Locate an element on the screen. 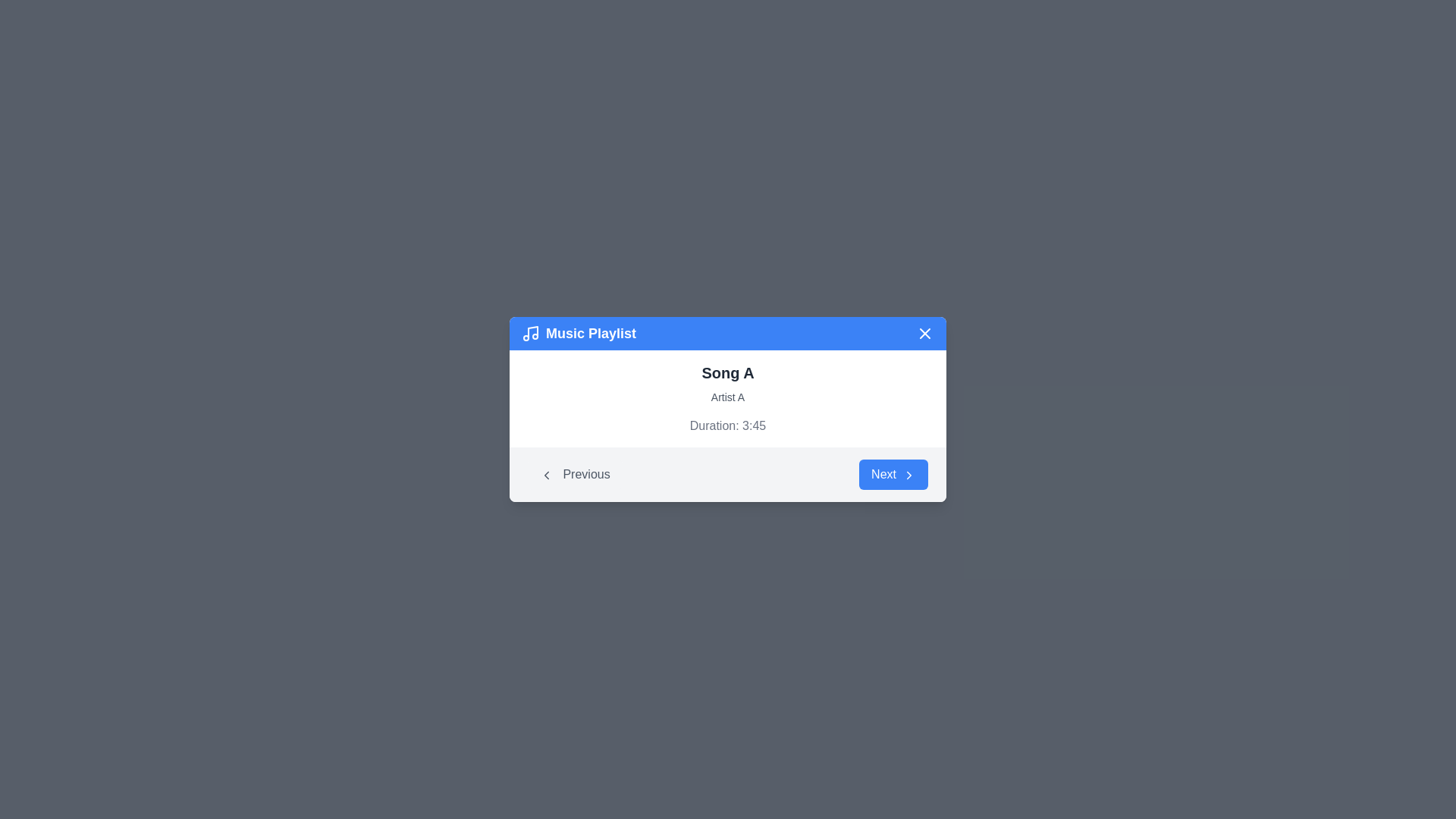 This screenshot has width=1456, height=819. text label displaying the artist's name associated with the song, located below 'Song A' and above 'Duration: 3:45' in the modal layout is located at coordinates (728, 397).